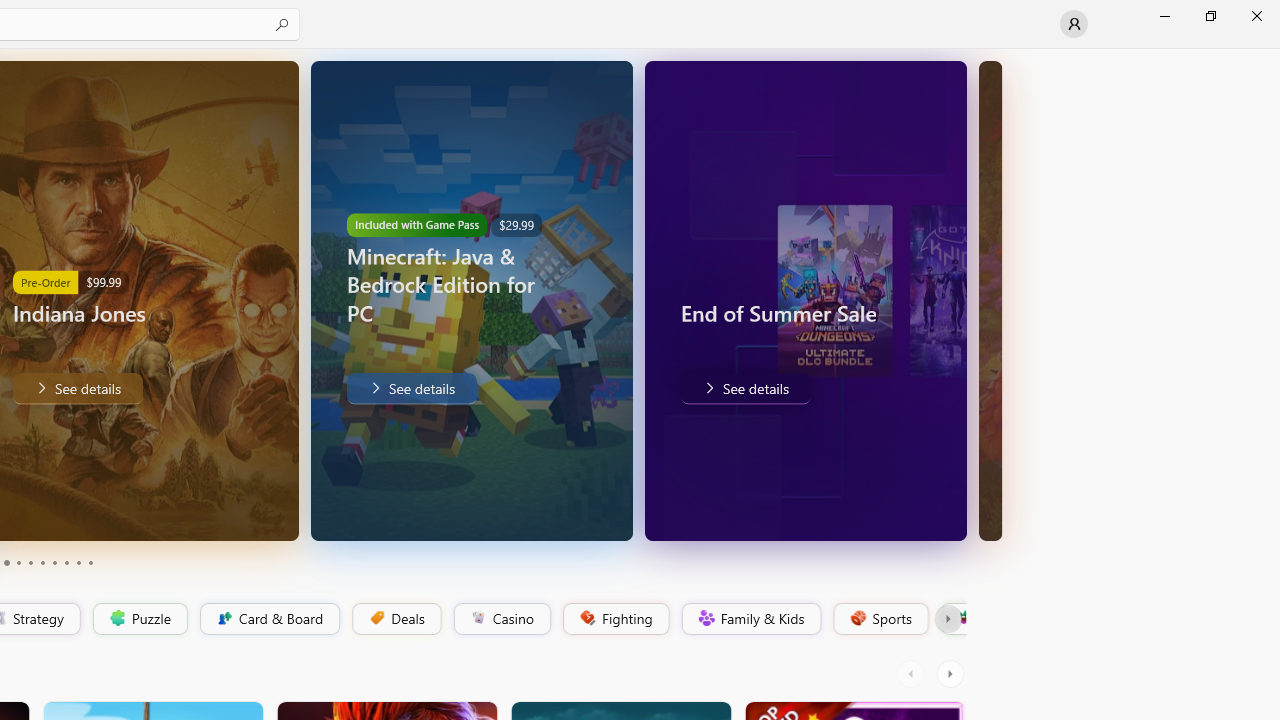 The image size is (1280, 720). What do you see at coordinates (879, 618) in the screenshot?
I see `'Sports'` at bounding box center [879, 618].